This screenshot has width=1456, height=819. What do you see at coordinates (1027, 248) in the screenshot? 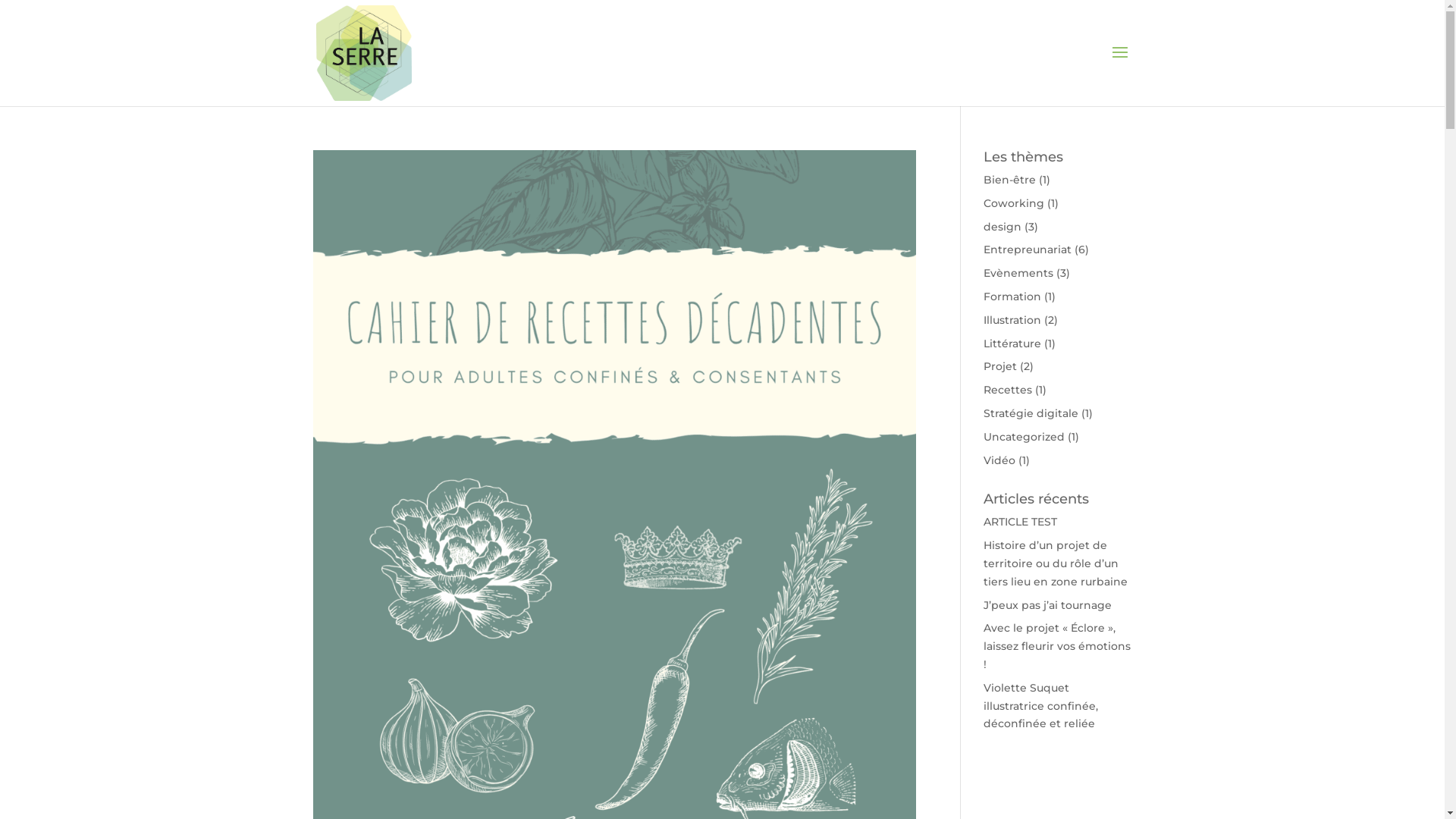
I see `'Entrepreunariat'` at bounding box center [1027, 248].